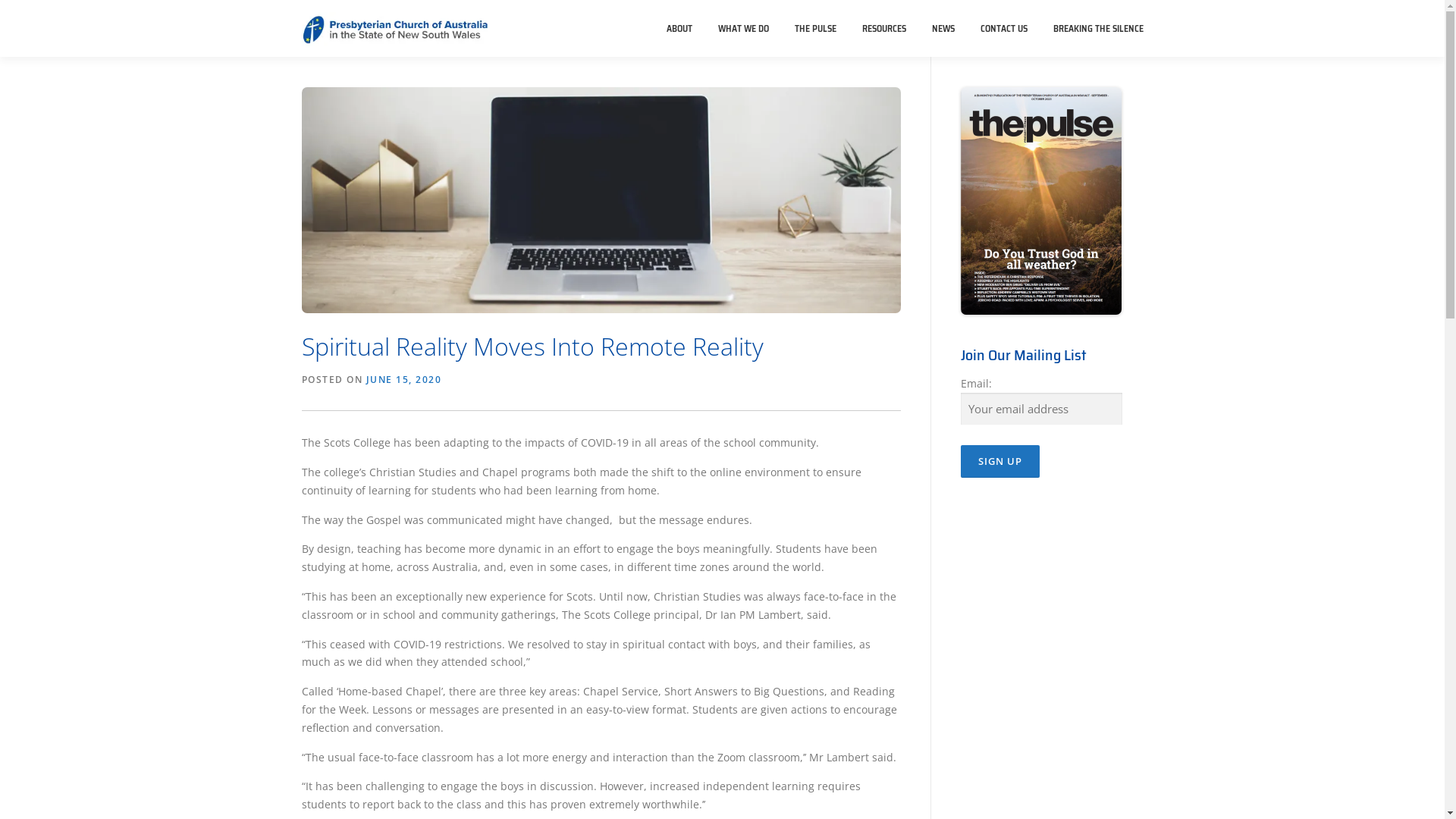  What do you see at coordinates (679, 28) in the screenshot?
I see `'ABOUT'` at bounding box center [679, 28].